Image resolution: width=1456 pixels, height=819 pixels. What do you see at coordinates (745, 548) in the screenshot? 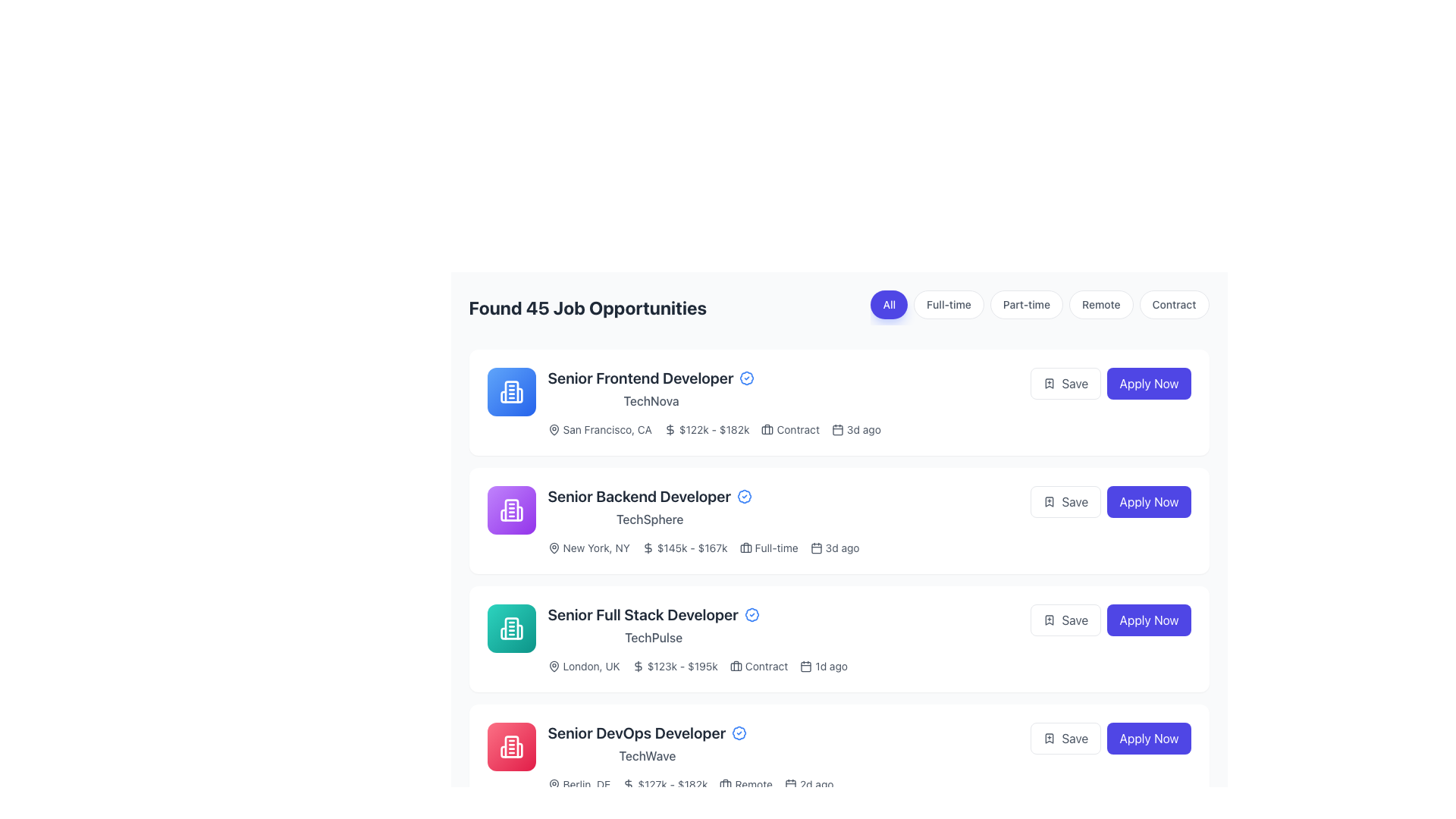
I see `the employment icon associated with the 'Senior Backend Developer' job listing, located to the left of the 'Full-time' label` at bounding box center [745, 548].